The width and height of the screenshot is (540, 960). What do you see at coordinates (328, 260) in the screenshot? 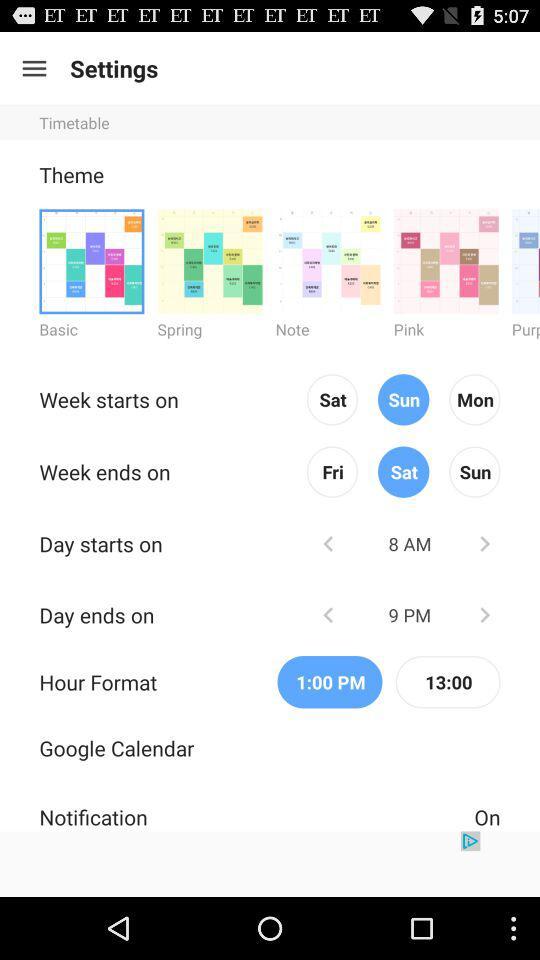
I see `theme for weakly chert button` at bounding box center [328, 260].